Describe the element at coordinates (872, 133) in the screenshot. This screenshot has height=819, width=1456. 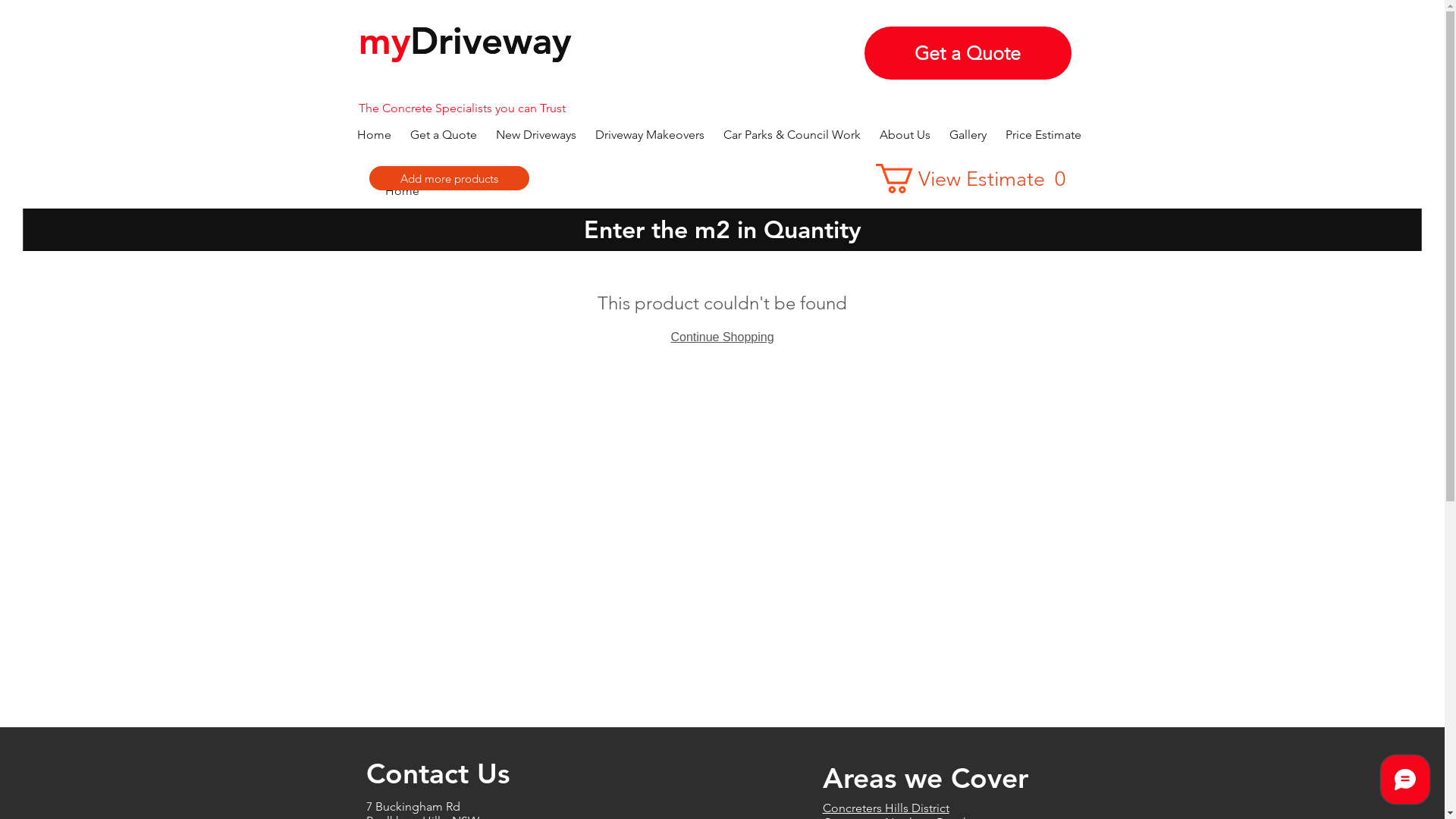
I see `'About Us'` at that location.